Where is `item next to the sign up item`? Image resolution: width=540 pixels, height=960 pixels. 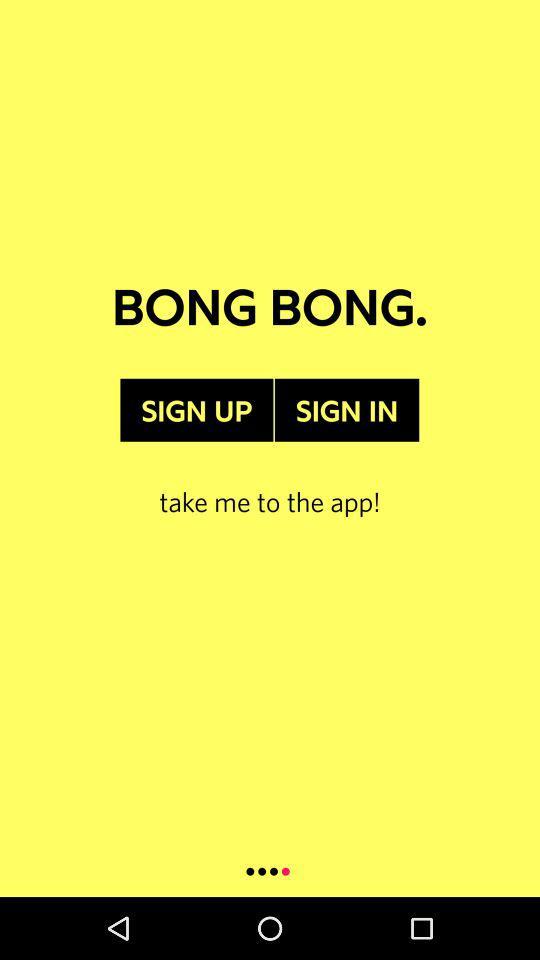
item next to the sign up item is located at coordinates (346, 409).